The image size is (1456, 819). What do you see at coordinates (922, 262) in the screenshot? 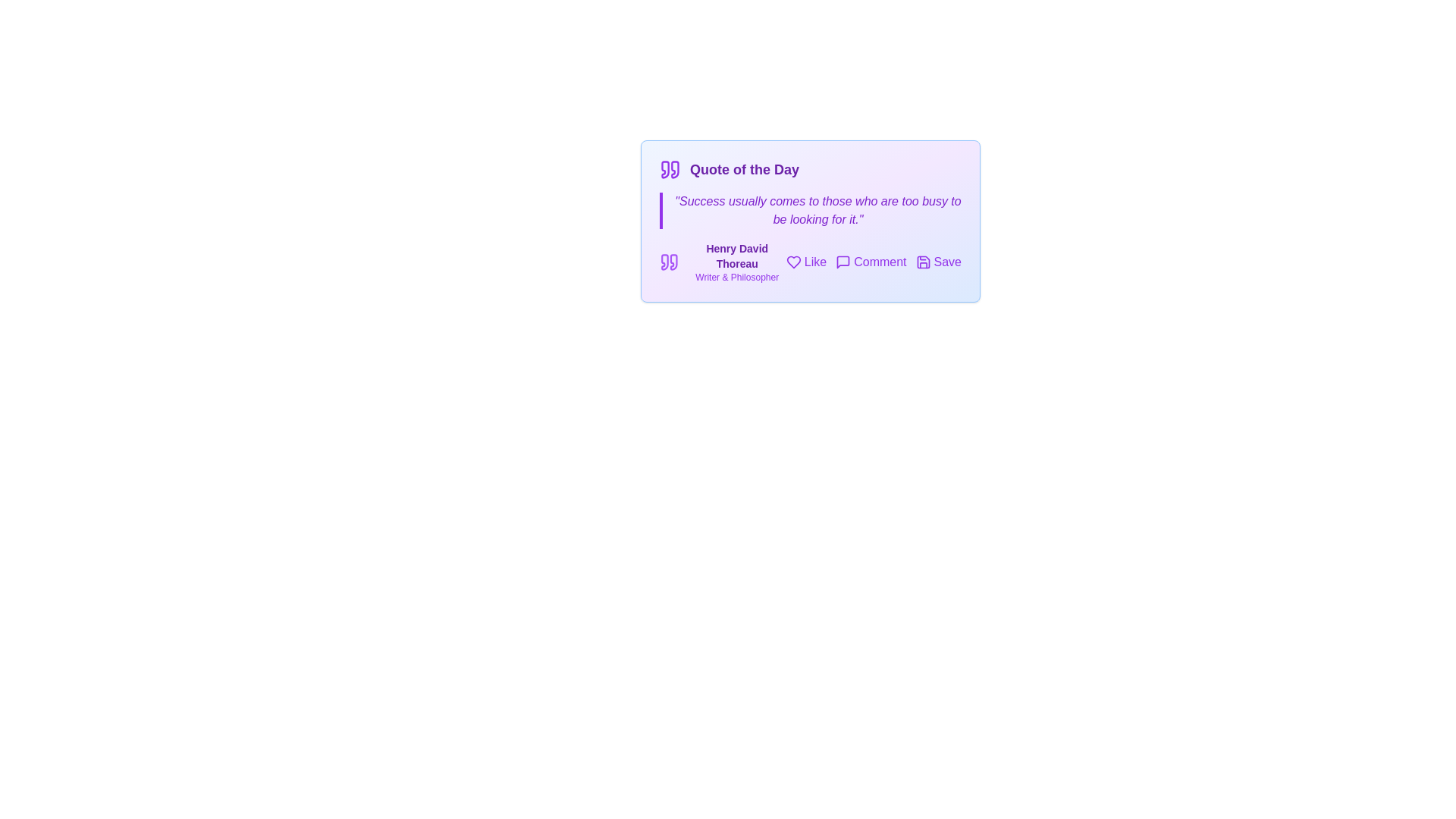
I see `the save icon located in the last icon group at the bottom section of the card` at bounding box center [922, 262].